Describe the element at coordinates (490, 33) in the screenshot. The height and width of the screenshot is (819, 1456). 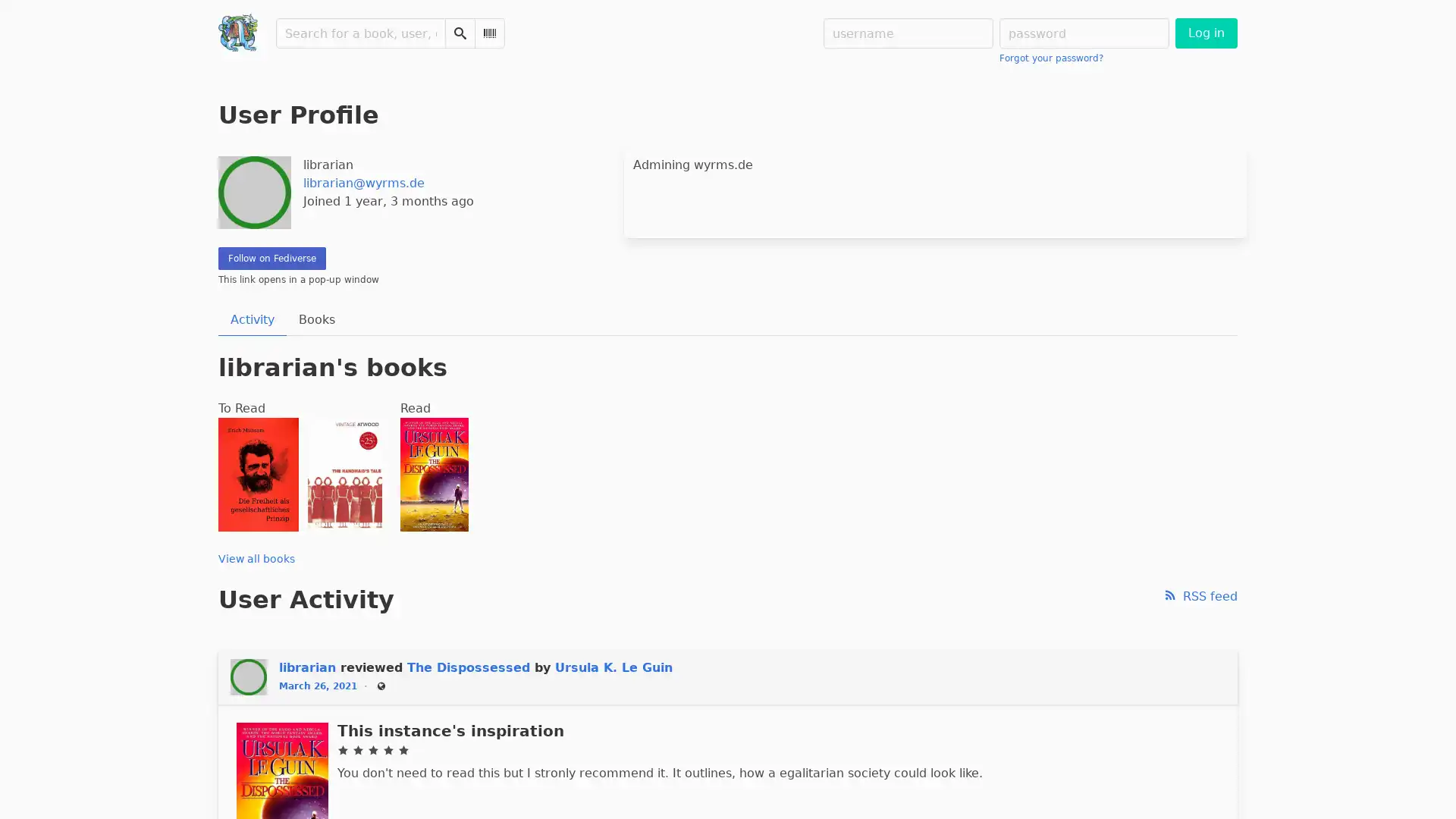
I see `Scan Barcode` at that location.